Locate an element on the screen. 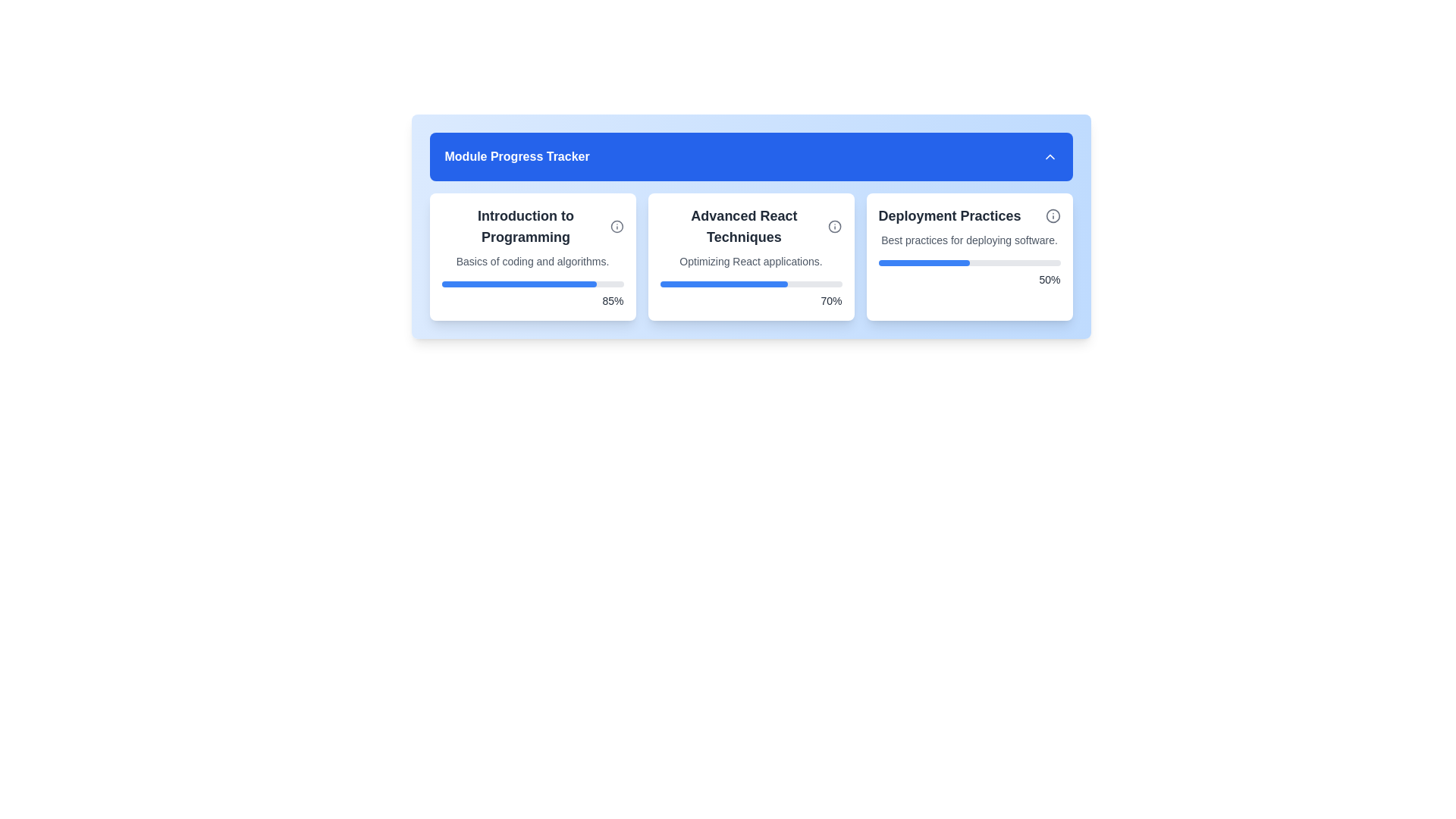  the static text element displaying 'Optimizing React applications.' which is positioned beneath the title 'Advanced React Techniques' in the middle card of a three-card layout is located at coordinates (751, 260).